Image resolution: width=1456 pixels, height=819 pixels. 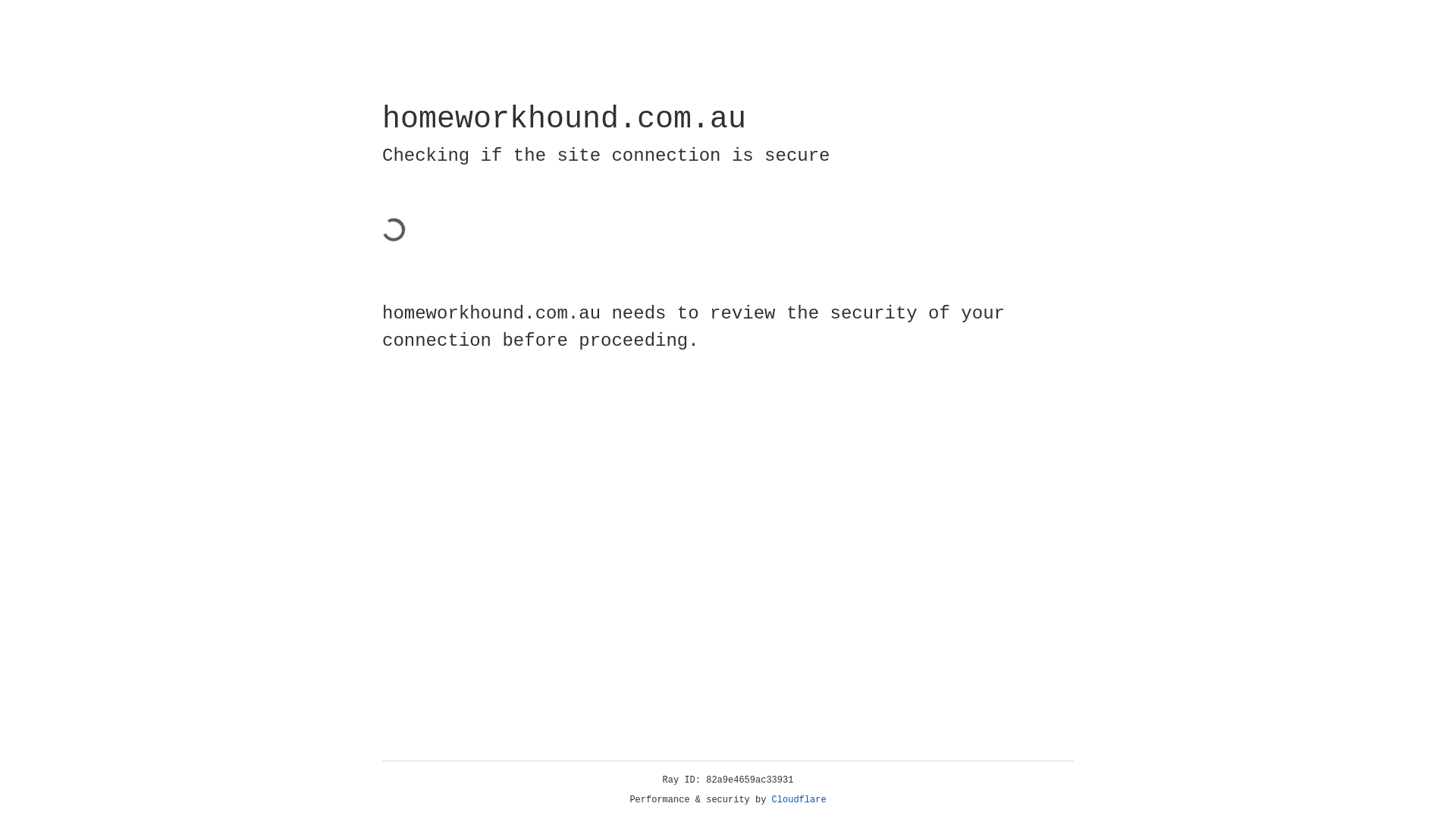 I want to click on 'Cloudflare', so click(x=799, y=799).